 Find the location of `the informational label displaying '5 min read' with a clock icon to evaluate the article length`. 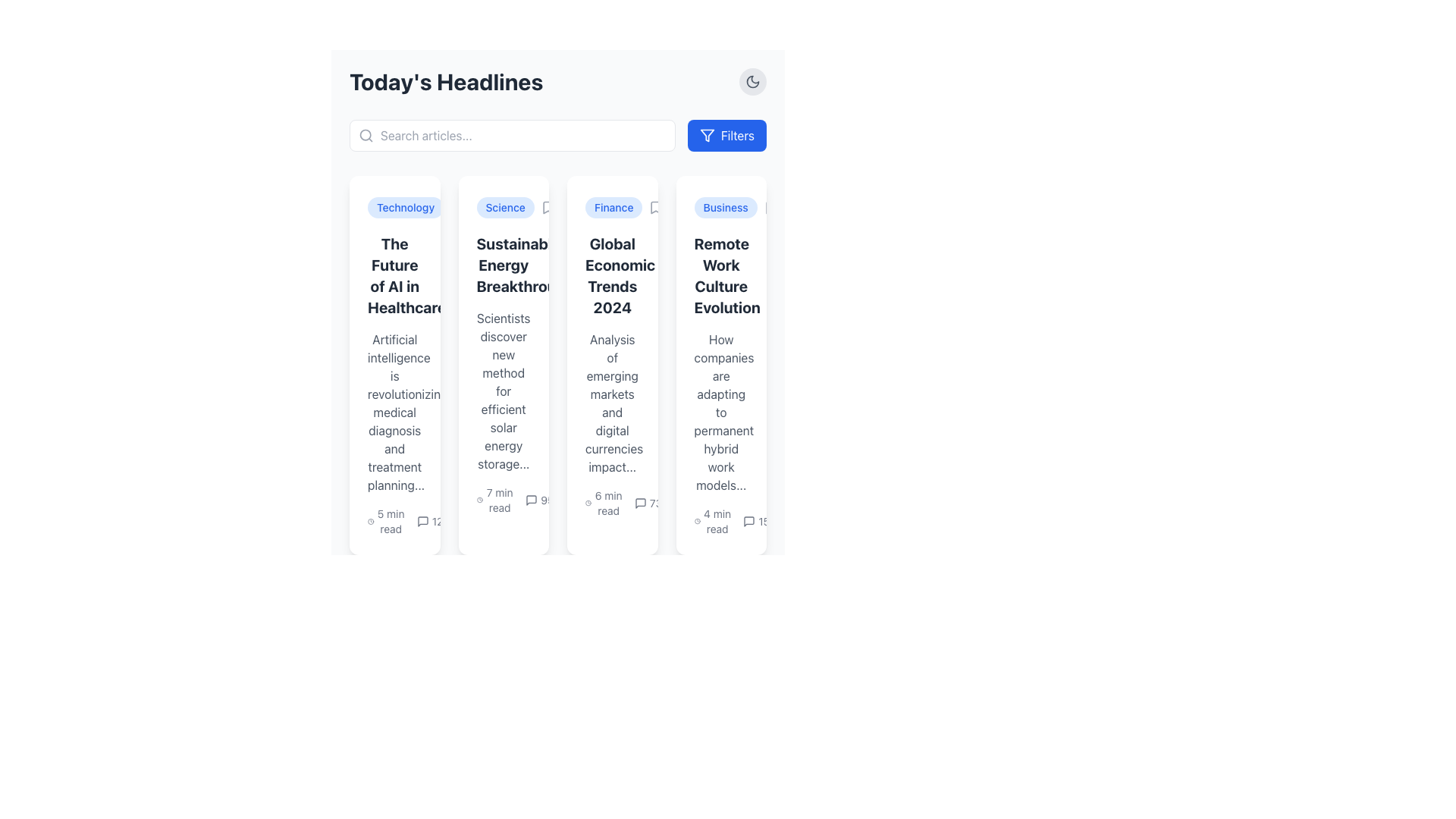

the informational label displaying '5 min read' with a clock icon to evaluate the article length is located at coordinates (386, 520).